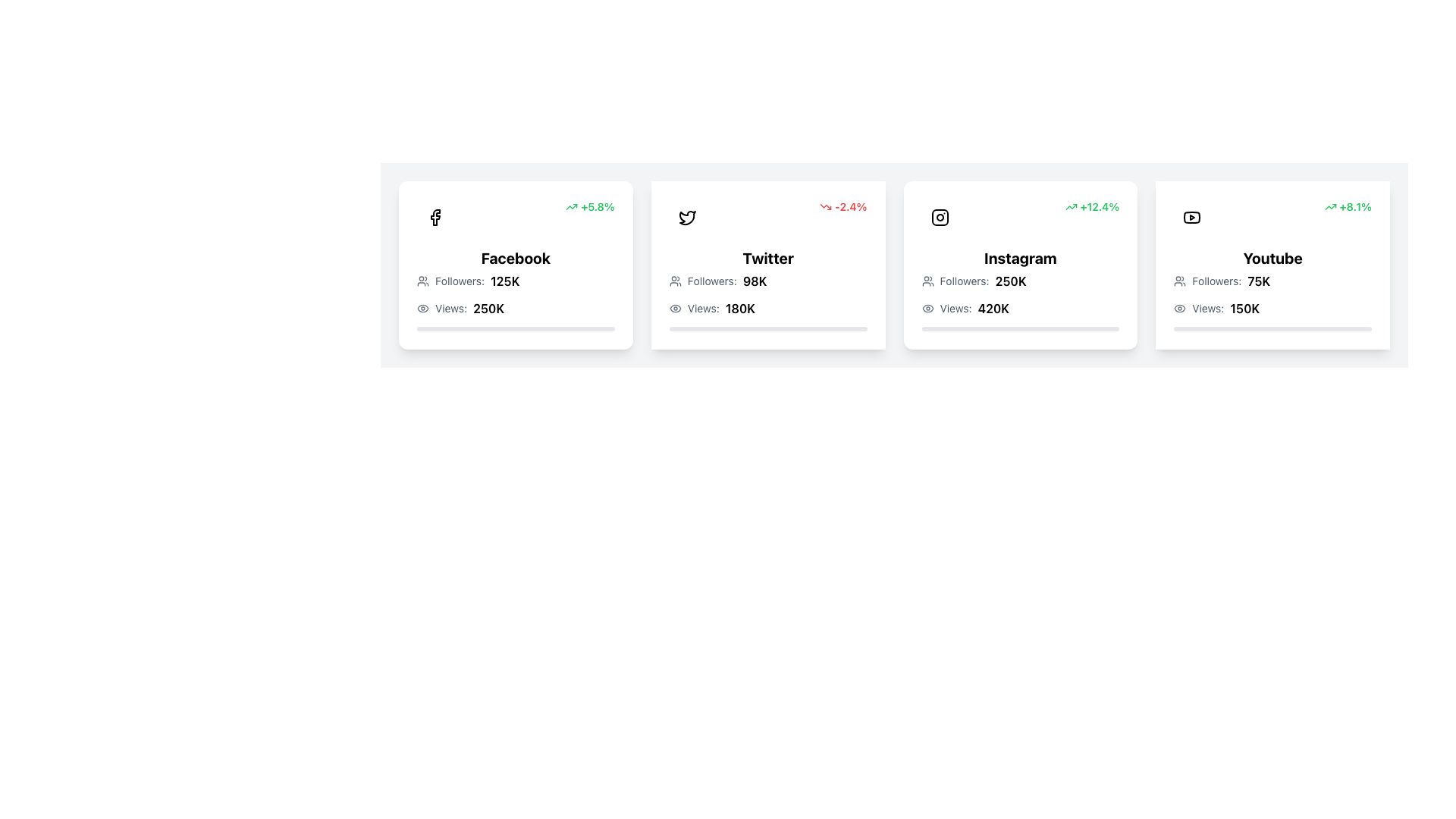 Image resolution: width=1456 pixels, height=819 pixels. Describe the element at coordinates (1272, 265) in the screenshot. I see `the Information Card, which is the fourth card on the right in a horizontally aligned grid` at that location.